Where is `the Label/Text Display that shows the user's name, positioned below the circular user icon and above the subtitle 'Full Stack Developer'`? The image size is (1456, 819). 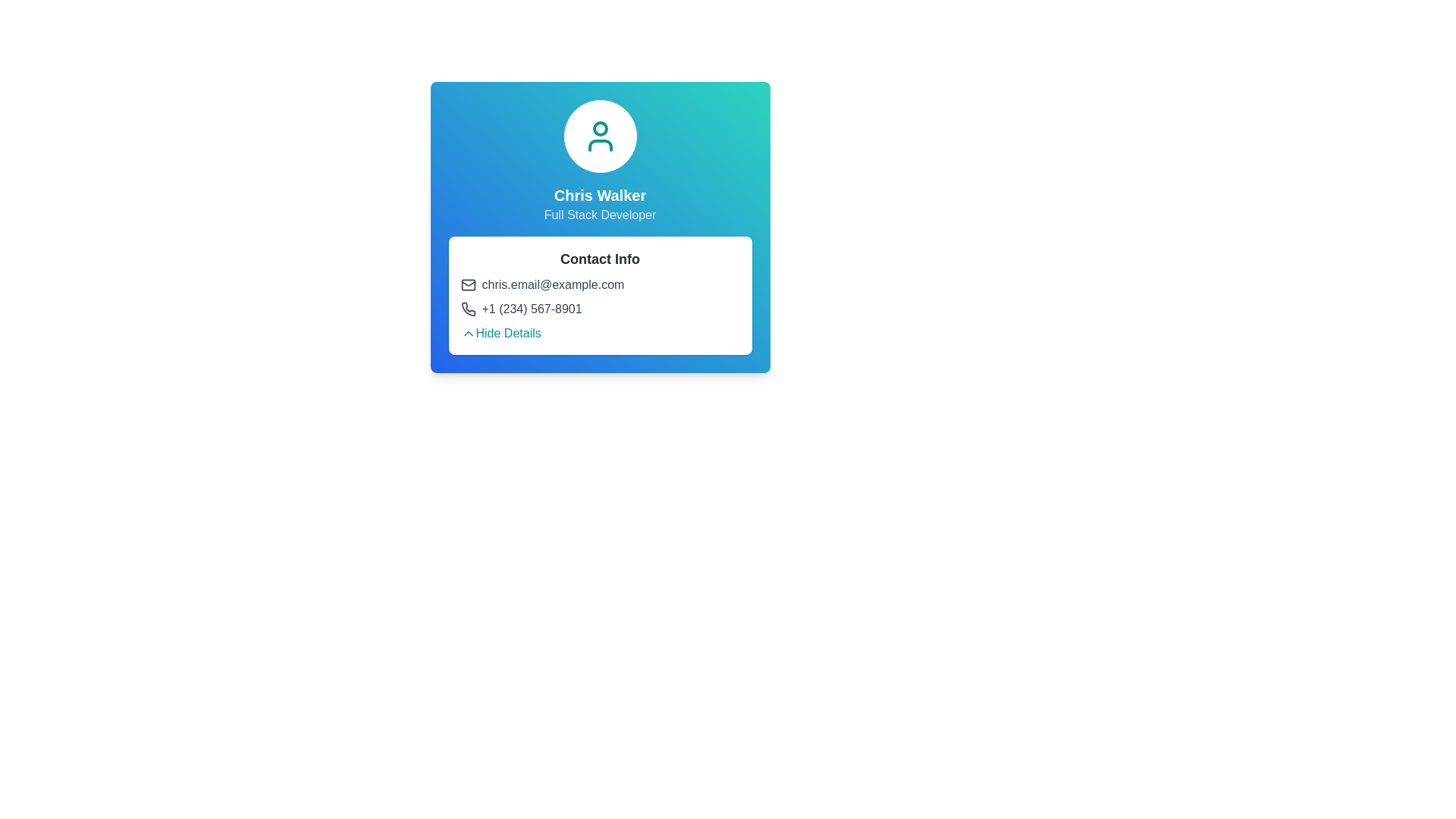 the Label/Text Display that shows the user's name, positioned below the circular user icon and above the subtitle 'Full Stack Developer' is located at coordinates (599, 195).